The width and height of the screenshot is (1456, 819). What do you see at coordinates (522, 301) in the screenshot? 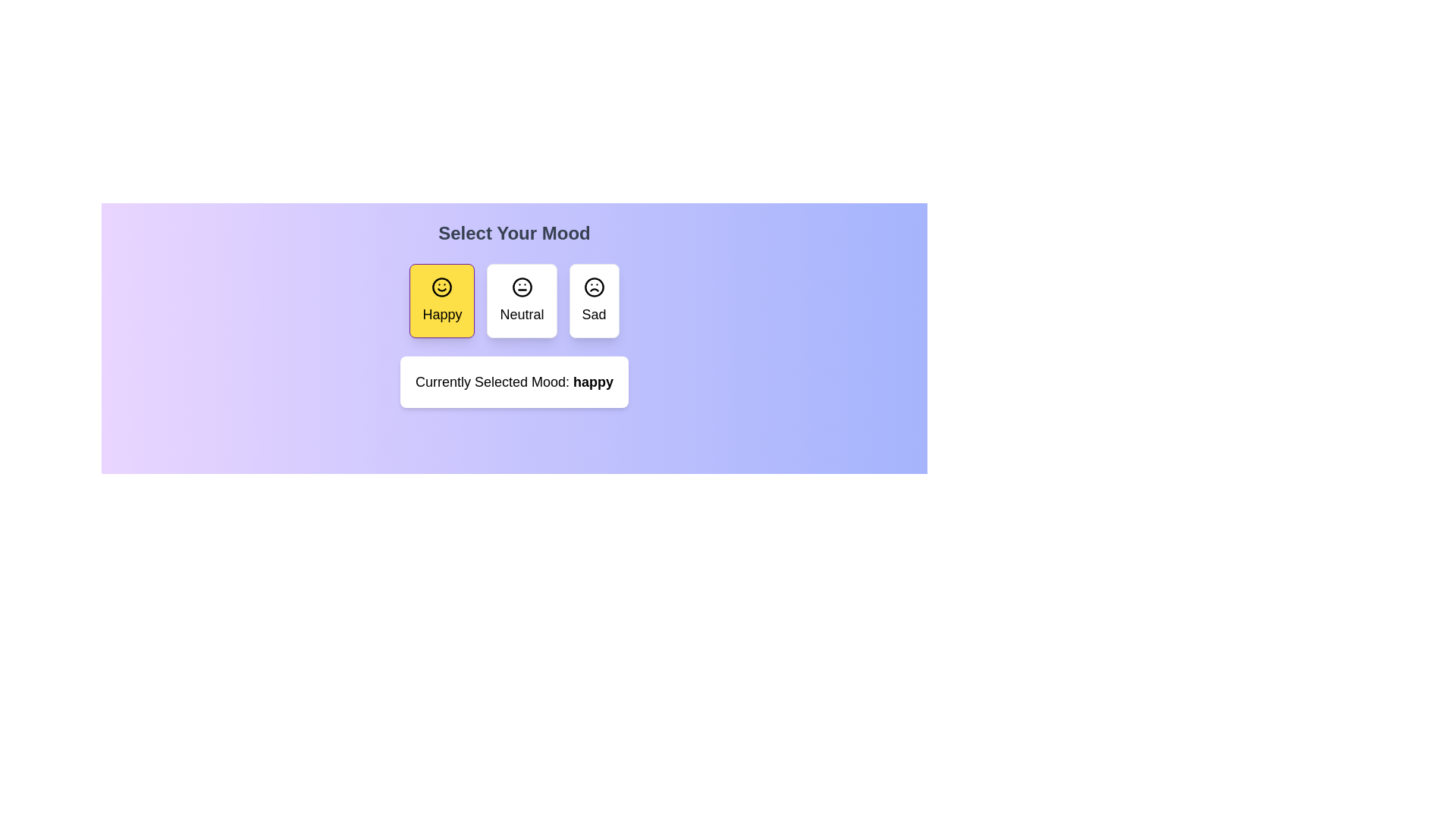
I see `the mood button labeled Neutral` at bounding box center [522, 301].